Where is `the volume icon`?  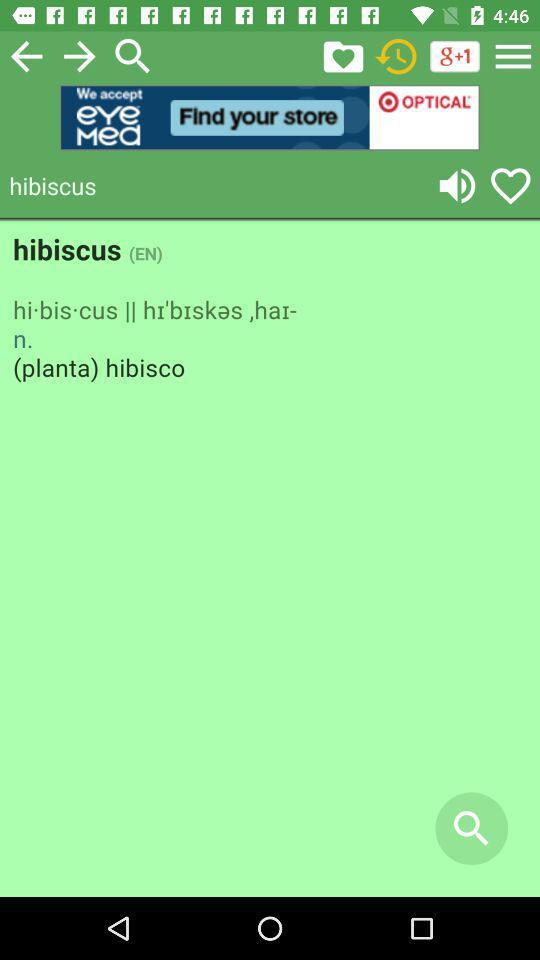 the volume icon is located at coordinates (457, 185).